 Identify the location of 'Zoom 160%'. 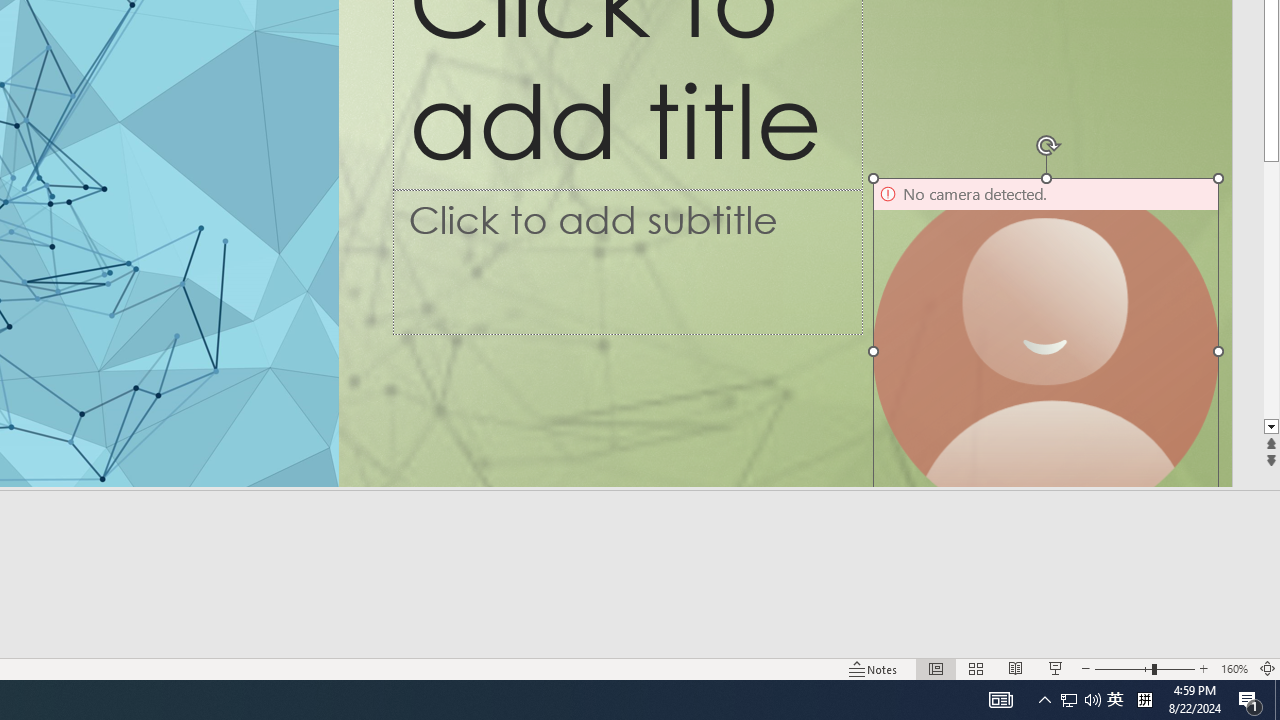
(1233, 669).